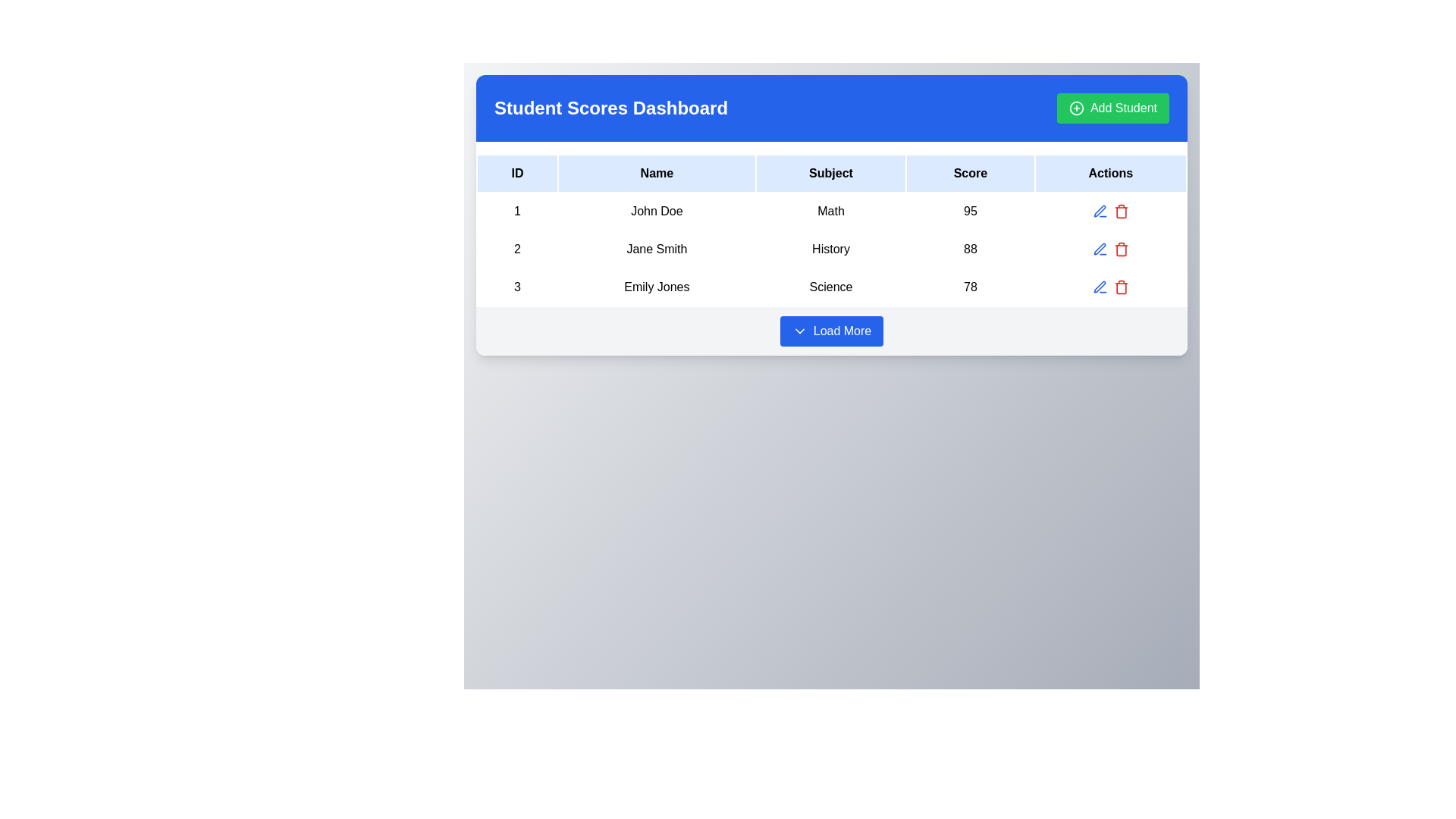 This screenshot has width=1456, height=819. What do you see at coordinates (1113, 107) in the screenshot?
I see `the 'Add Student' button located in the top right corner of the 'Student Scores Dashboard' header bar` at bounding box center [1113, 107].